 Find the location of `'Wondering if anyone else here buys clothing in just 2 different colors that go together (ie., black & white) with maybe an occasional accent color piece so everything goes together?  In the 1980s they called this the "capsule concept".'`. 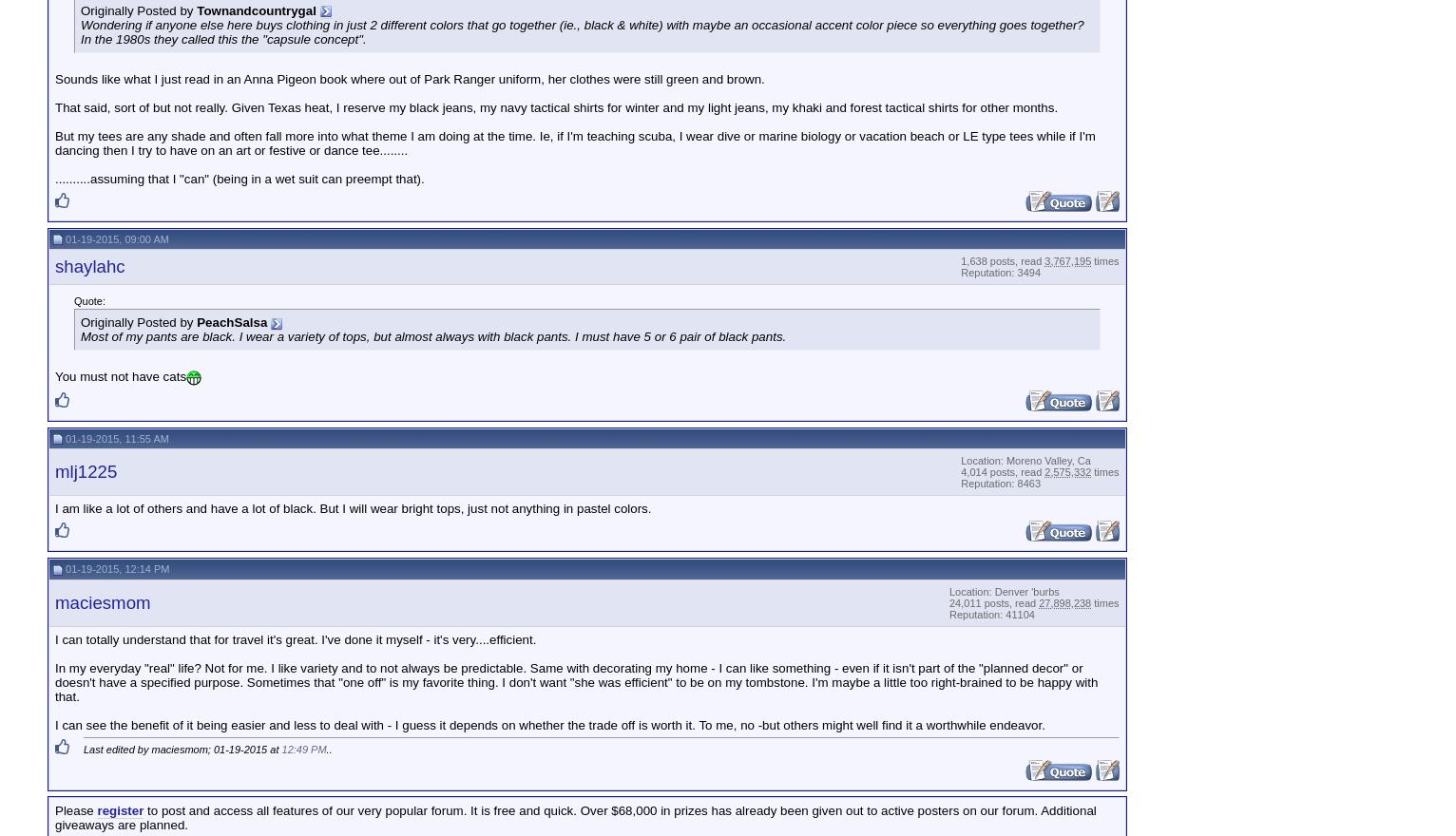

'Wondering if anyone else here buys clothing in just 2 different colors that go together (ie., black & white) with maybe an occasional accent color piece so everything goes together?  In the 1980s they called this the "capsule concept".' is located at coordinates (582, 30).